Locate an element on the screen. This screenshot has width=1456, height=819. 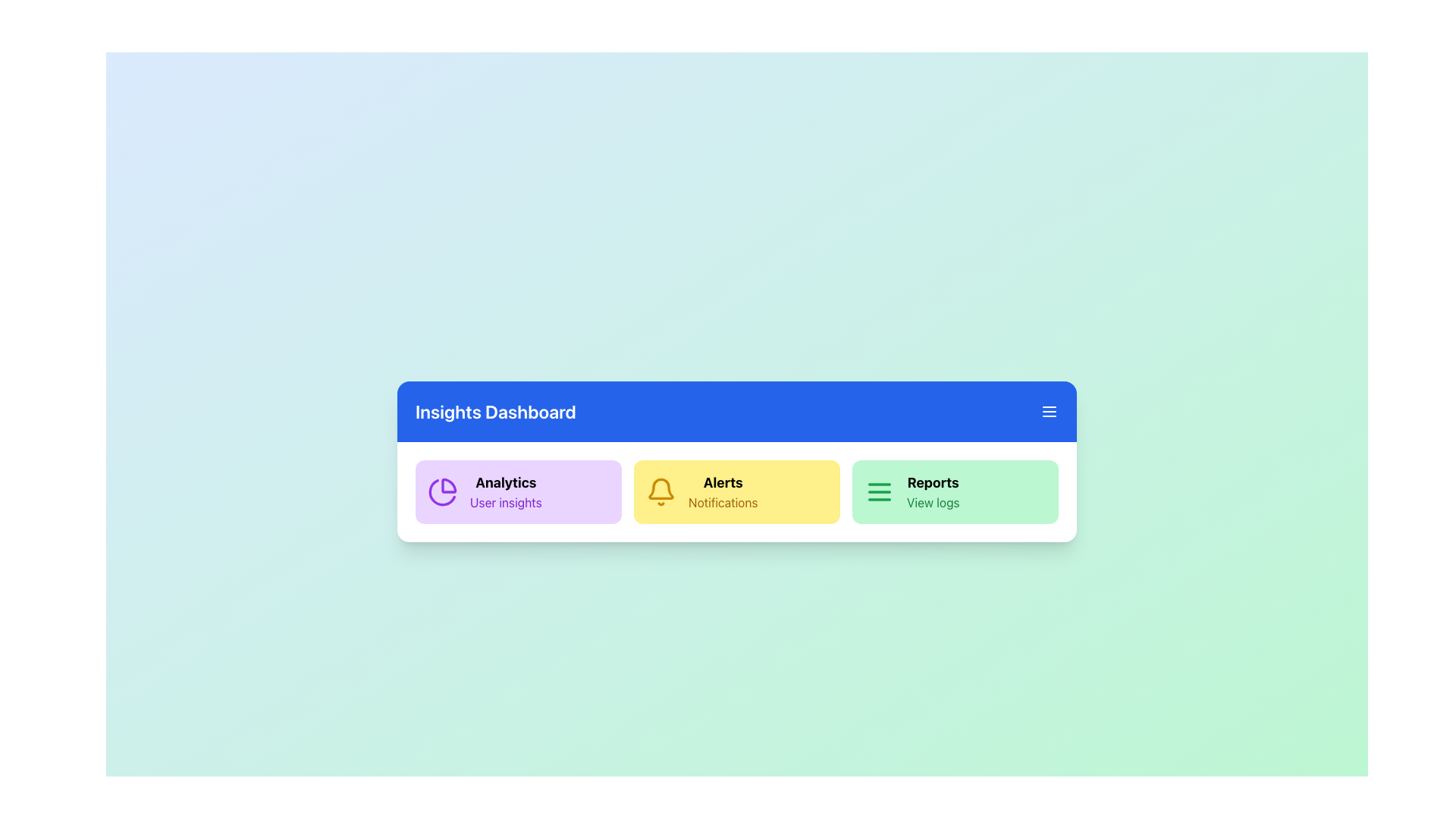
the purple pie chart icon located within the 'Analytics' card is located at coordinates (442, 491).